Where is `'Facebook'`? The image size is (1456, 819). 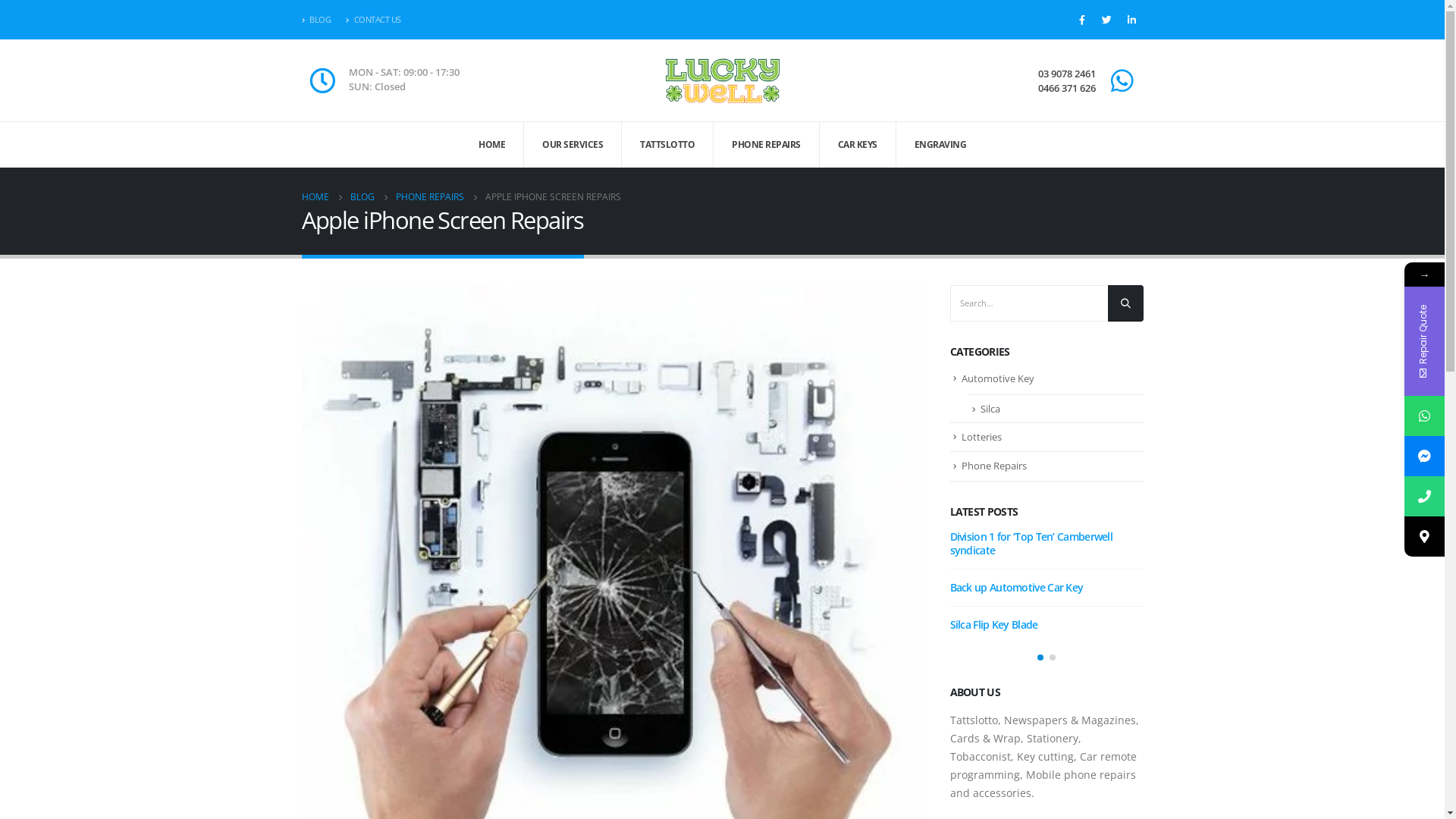 'Facebook' is located at coordinates (1080, 20).